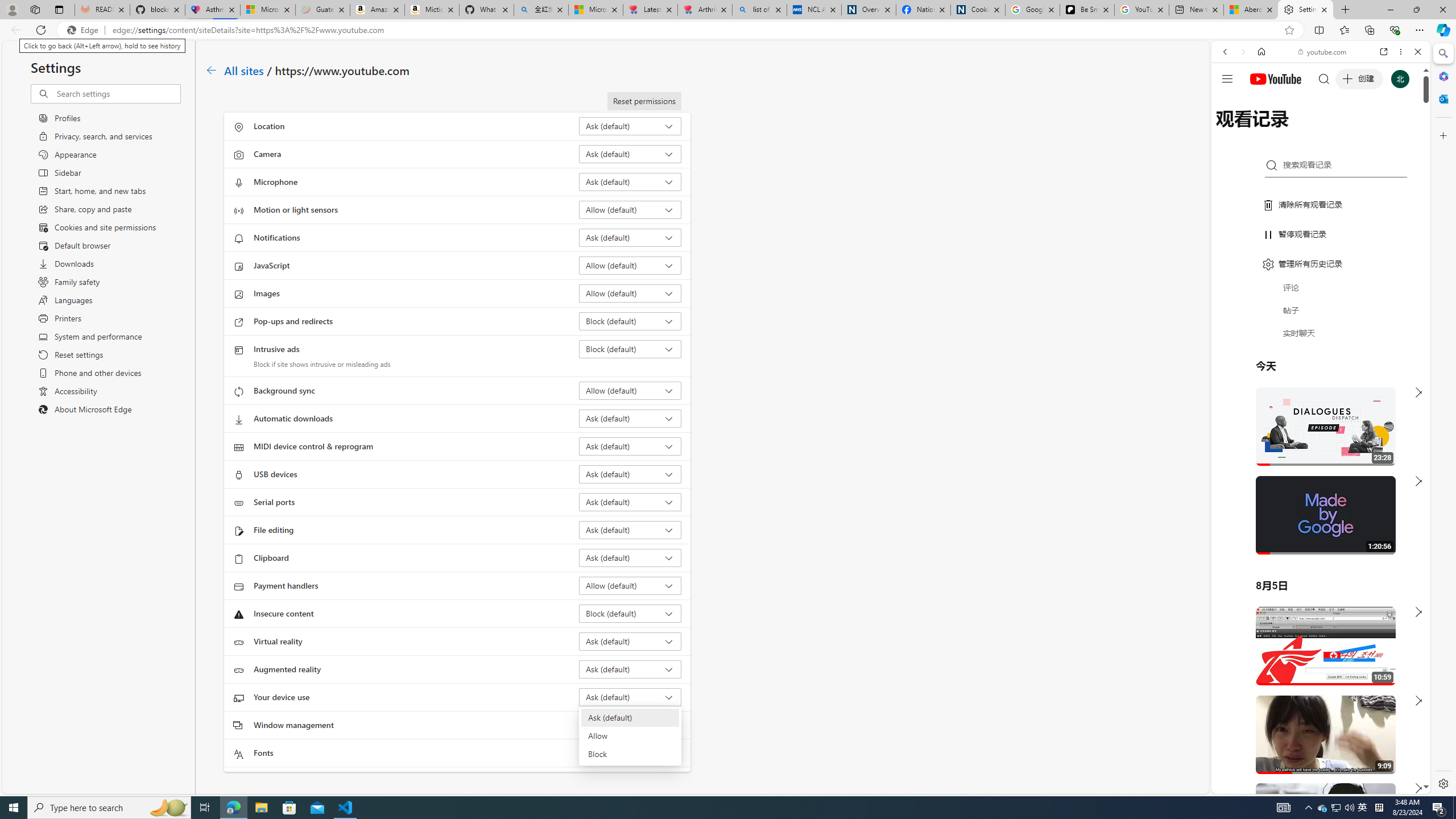 This screenshot has height=819, width=1456. What do you see at coordinates (629, 736) in the screenshot?
I see `'Allow'` at bounding box center [629, 736].